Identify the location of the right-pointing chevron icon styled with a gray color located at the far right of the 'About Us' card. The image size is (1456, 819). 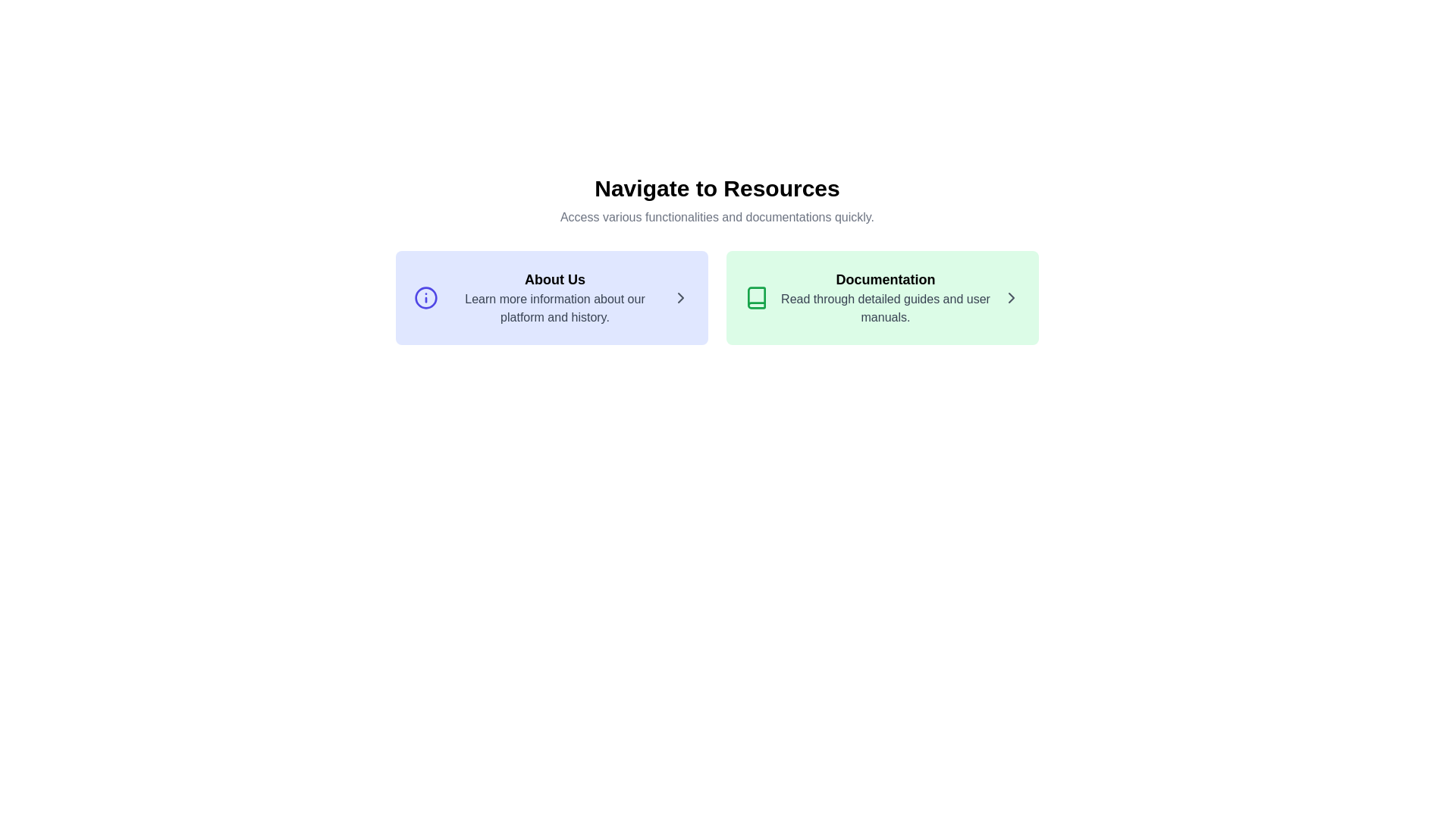
(679, 298).